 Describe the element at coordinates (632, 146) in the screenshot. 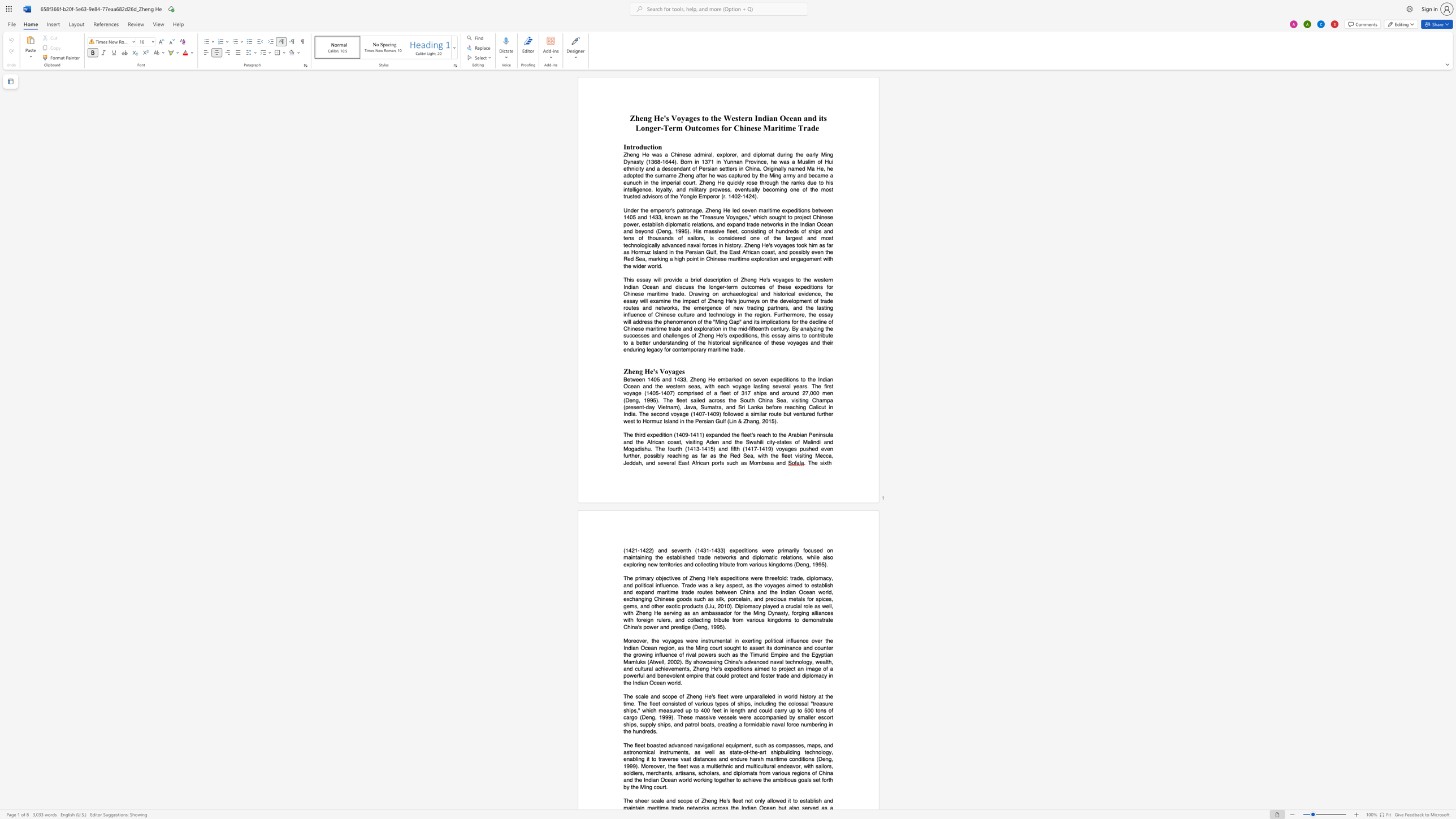

I see `the subset text "roduc" within the text "Introduction"` at that location.